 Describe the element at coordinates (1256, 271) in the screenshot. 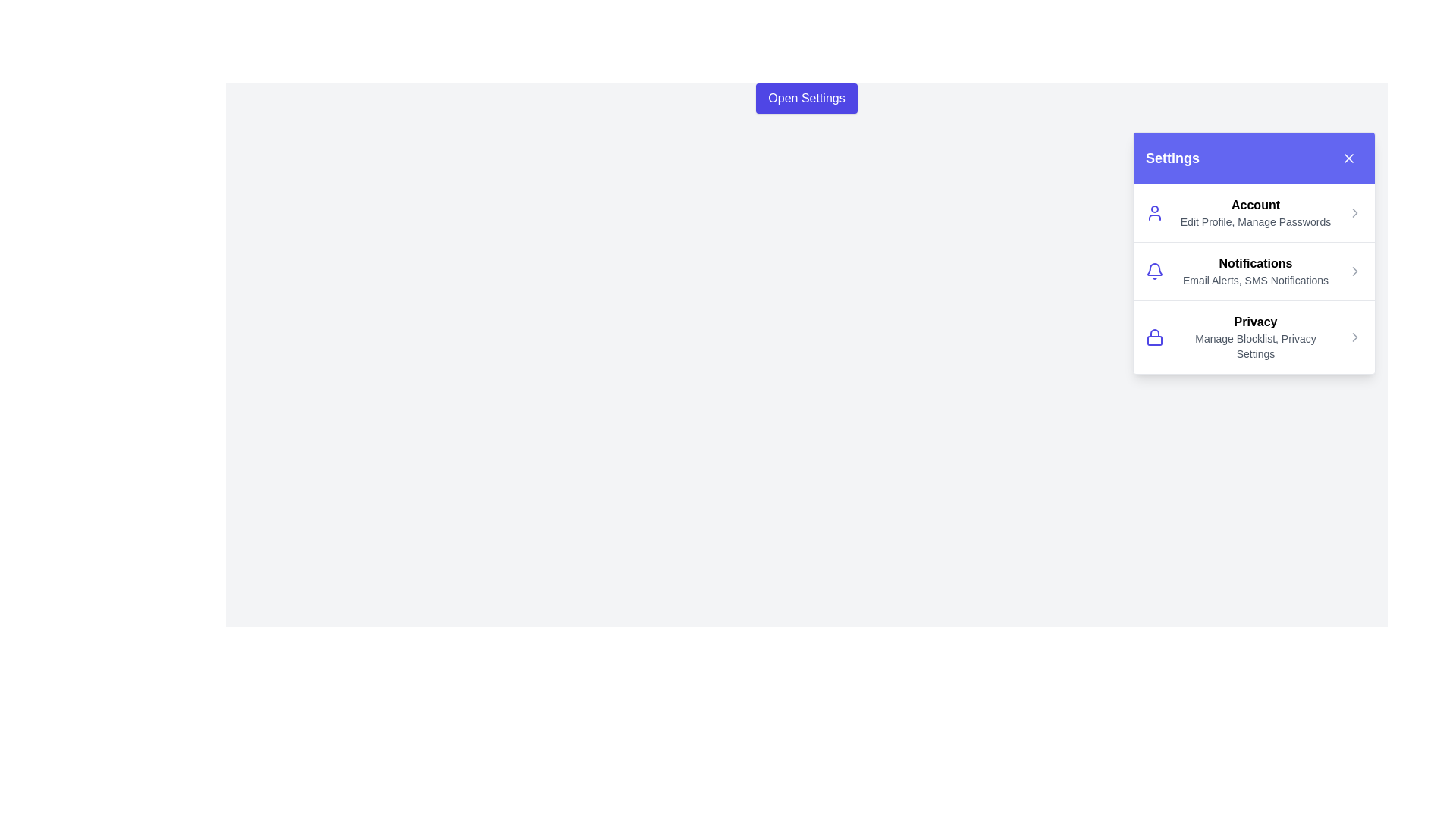

I see `the textual label that provides navigation or information about the notifications settings, located in the settings menu under 'Settings', positioned between 'Account' and 'Privacy'` at that location.